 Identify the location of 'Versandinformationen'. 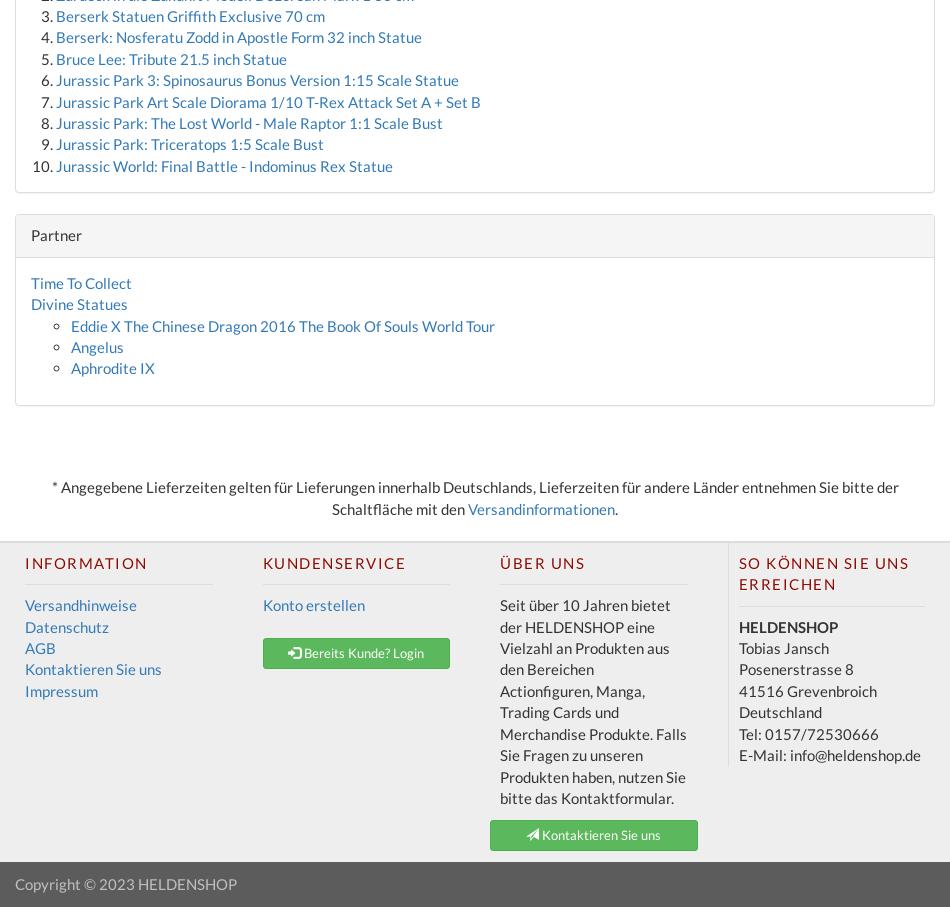
(541, 507).